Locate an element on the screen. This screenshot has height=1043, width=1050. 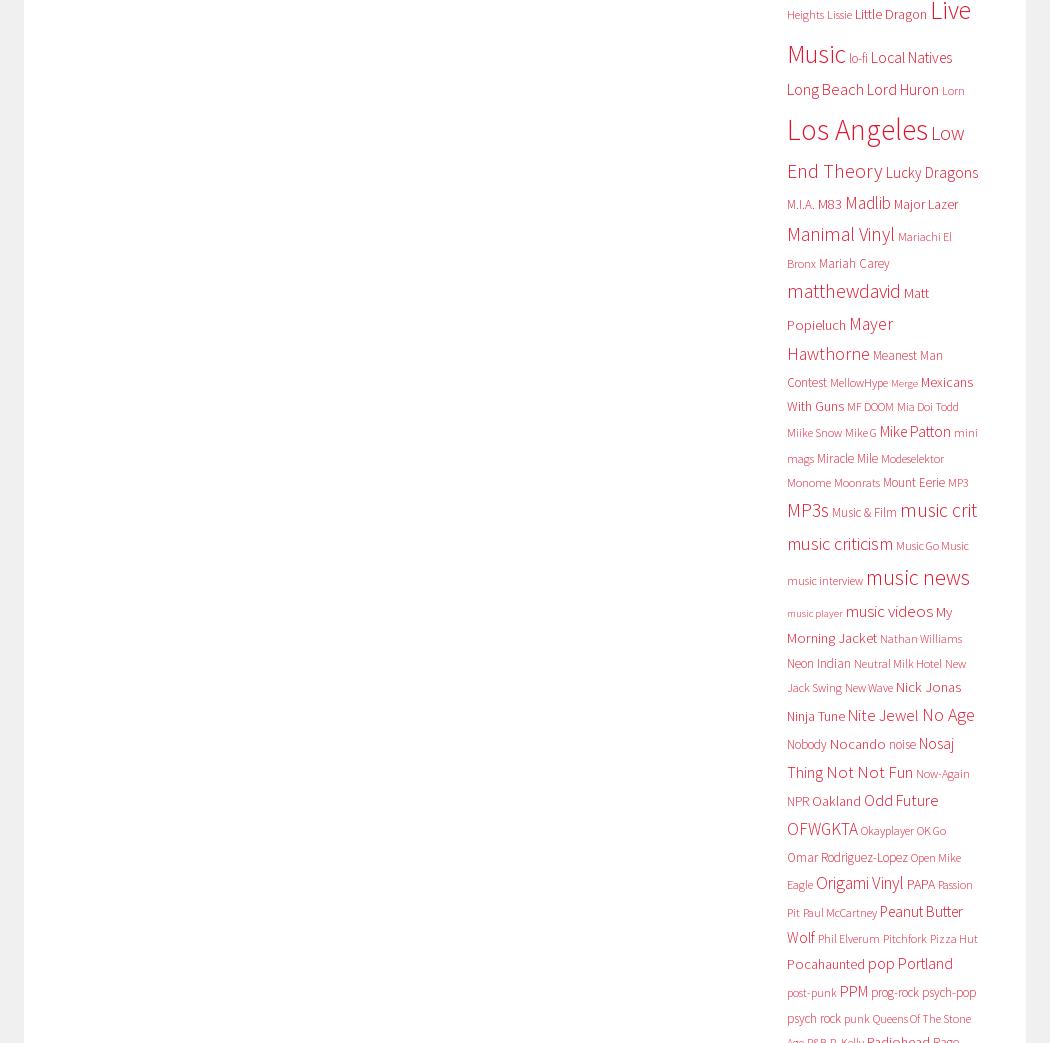
'noise' is located at coordinates (901, 743).